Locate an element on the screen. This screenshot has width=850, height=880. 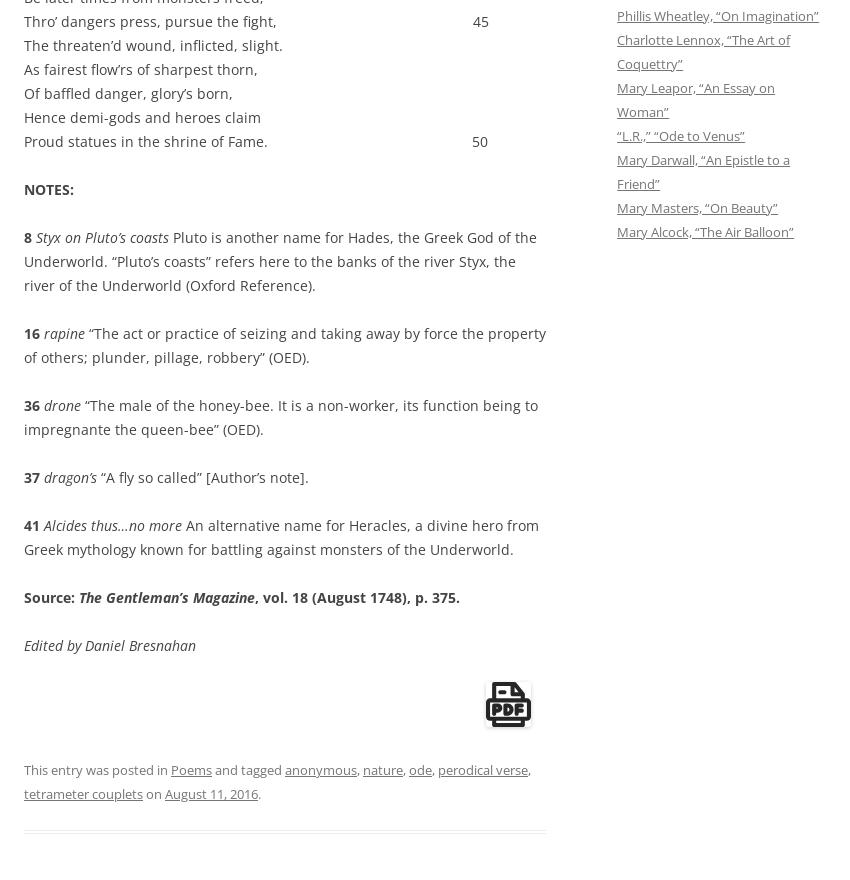
'perodical verse' is located at coordinates (482, 769).